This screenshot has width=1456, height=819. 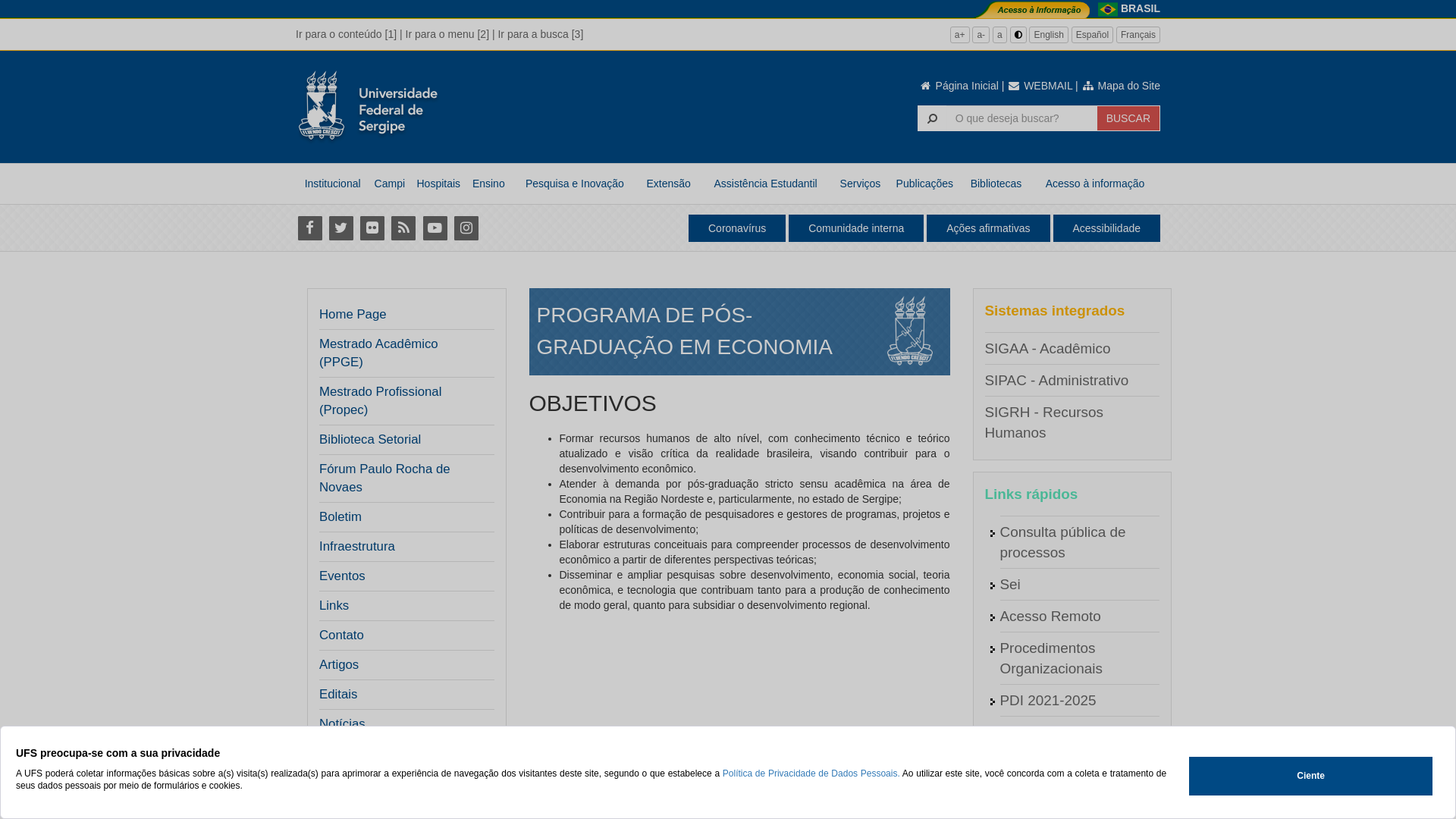 I want to click on 'Ir para o menu [2]', so click(x=405, y=34).